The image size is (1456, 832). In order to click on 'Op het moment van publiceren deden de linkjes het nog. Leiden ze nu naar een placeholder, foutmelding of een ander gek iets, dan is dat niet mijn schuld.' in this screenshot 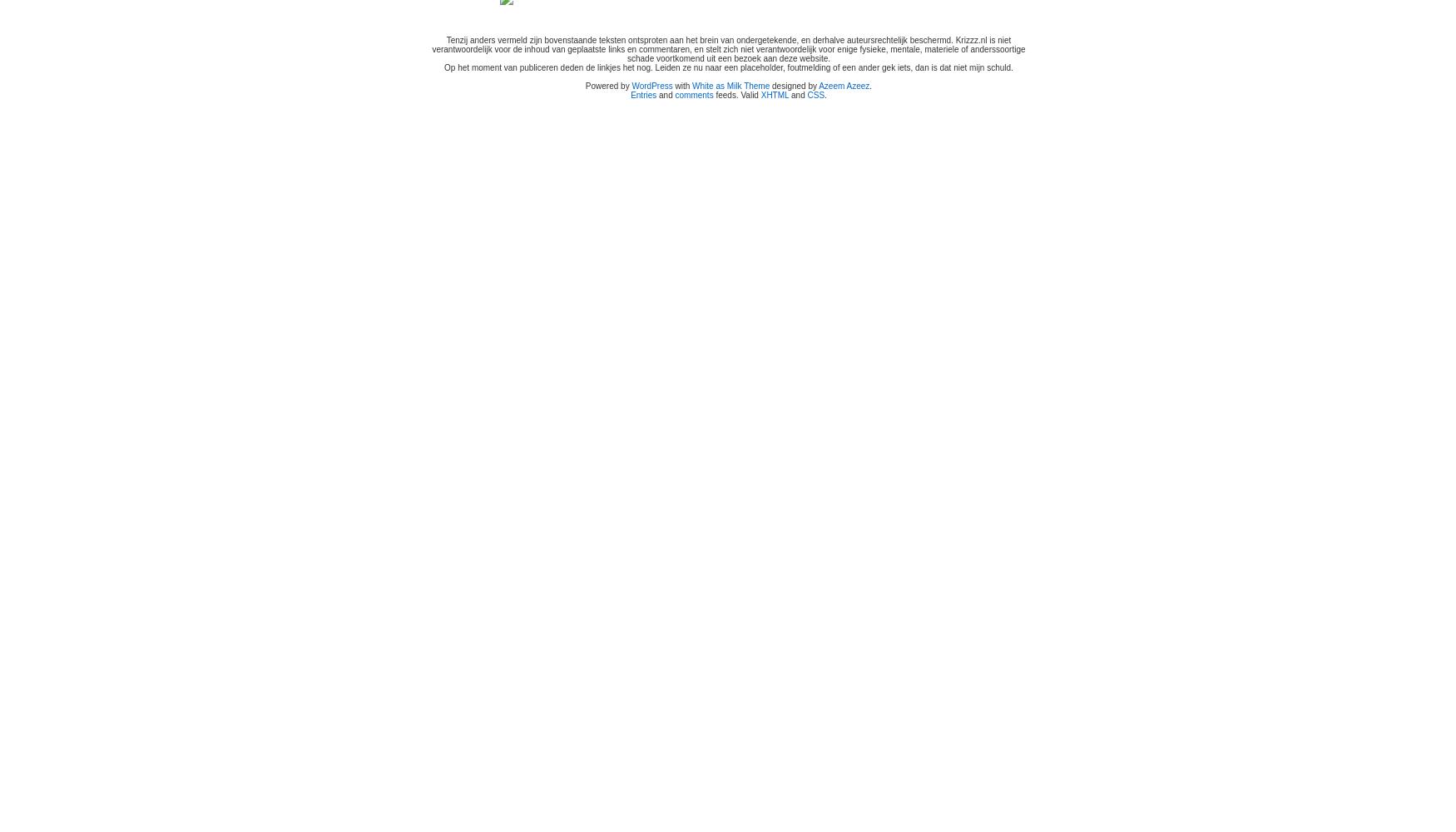, I will do `click(728, 67)`.